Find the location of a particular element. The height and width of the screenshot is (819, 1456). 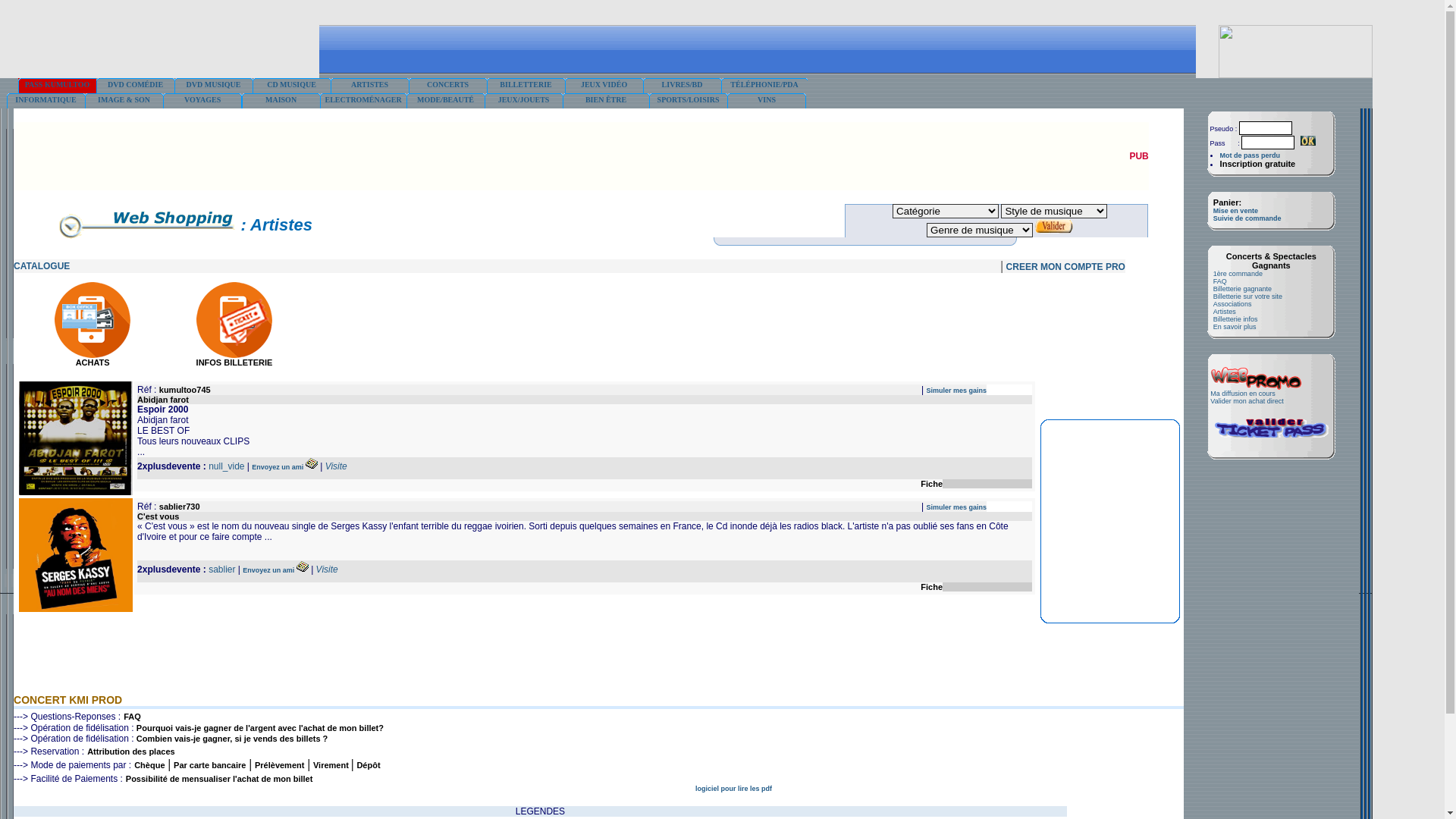

'Inscription gratuite' is located at coordinates (1219, 164).